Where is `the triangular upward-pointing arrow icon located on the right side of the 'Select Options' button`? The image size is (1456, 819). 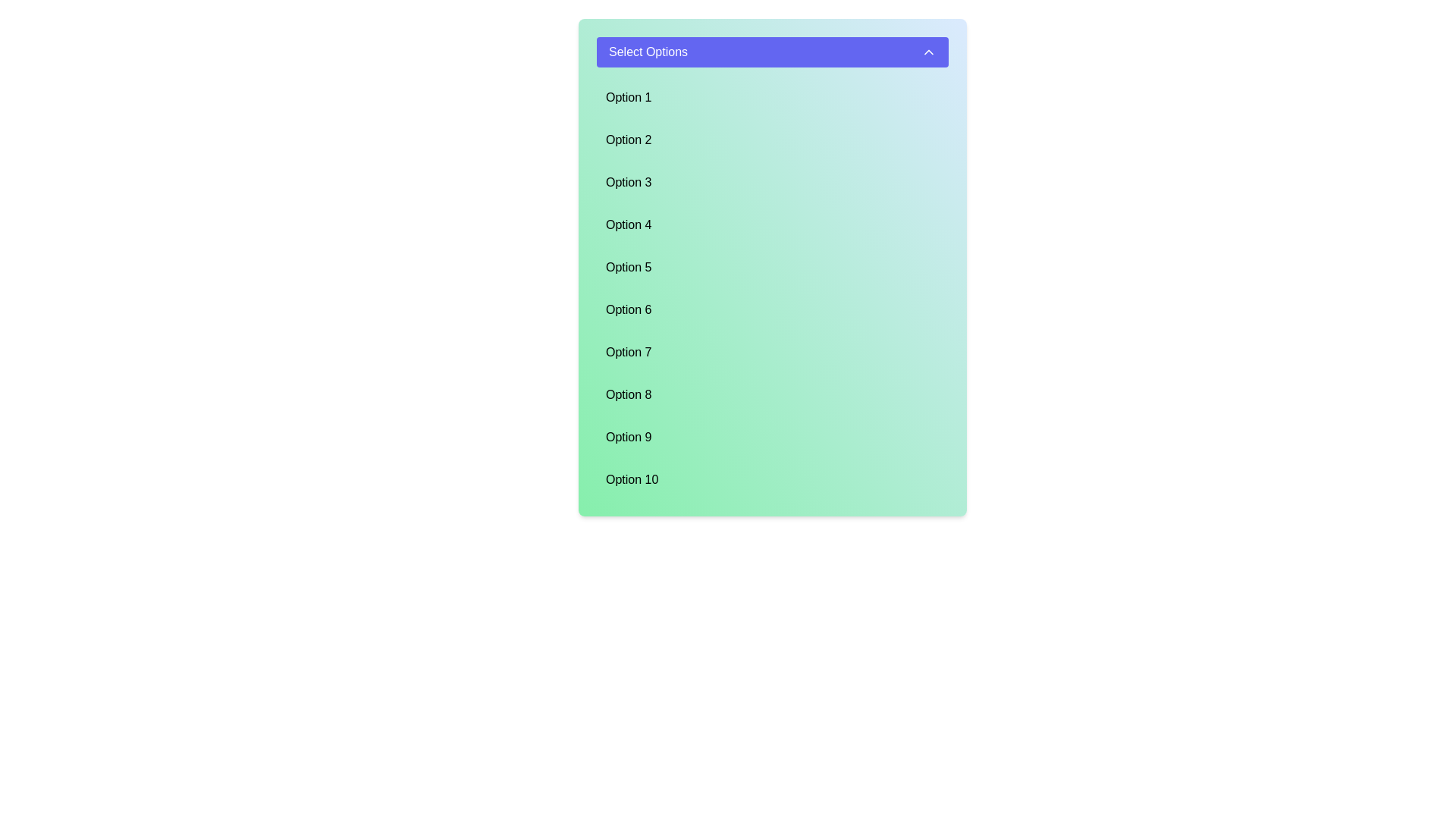
the triangular upward-pointing arrow icon located on the right side of the 'Select Options' button is located at coordinates (927, 52).